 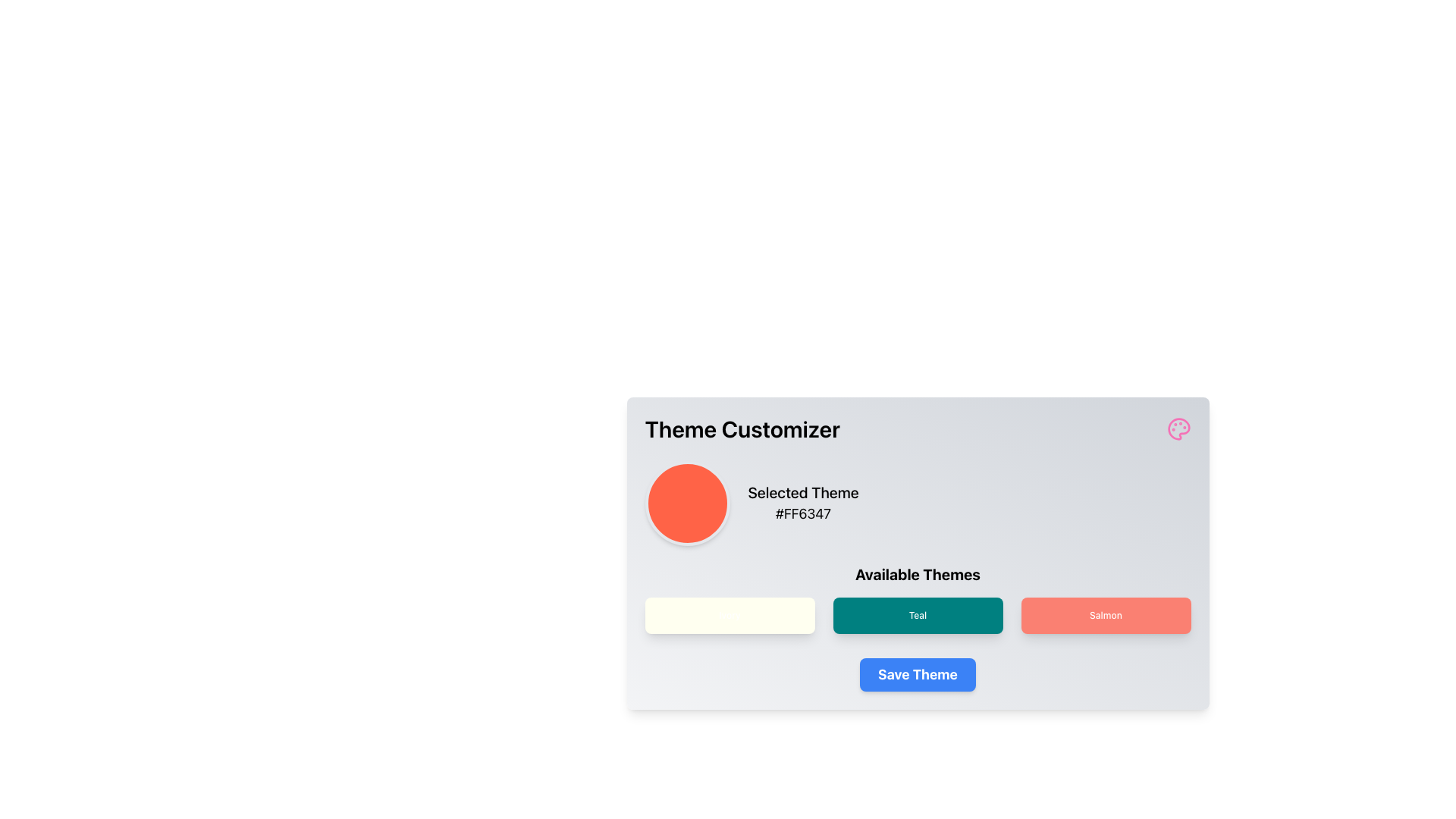 I want to click on the teal-colored rectangular button labeled 'Teal', so click(x=917, y=598).